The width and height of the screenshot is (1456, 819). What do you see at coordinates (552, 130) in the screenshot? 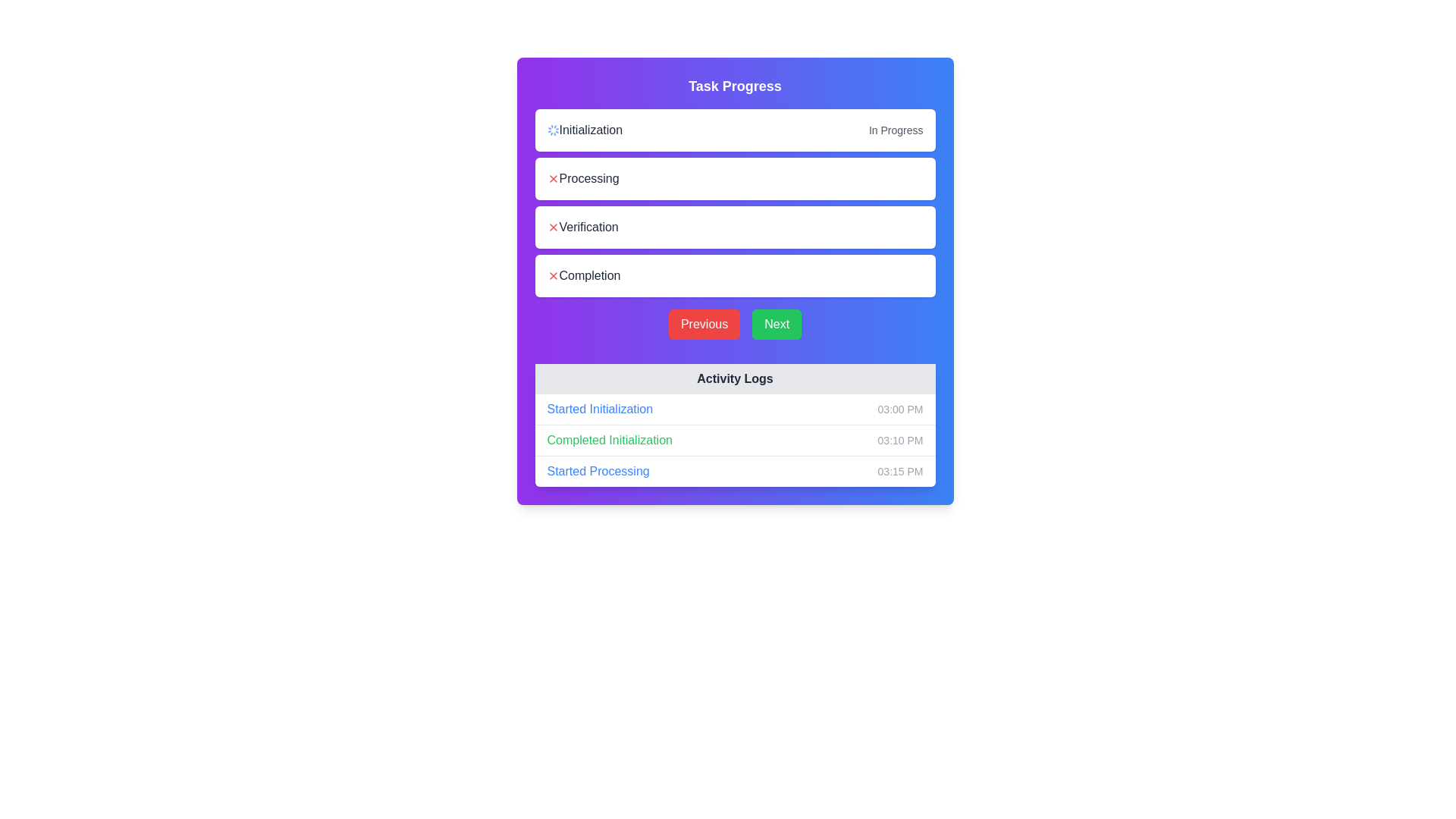
I see `small circular animated spinner icon with a blue color located to the left of the text 'Initialization' in the 'Task Progress' section` at bounding box center [552, 130].